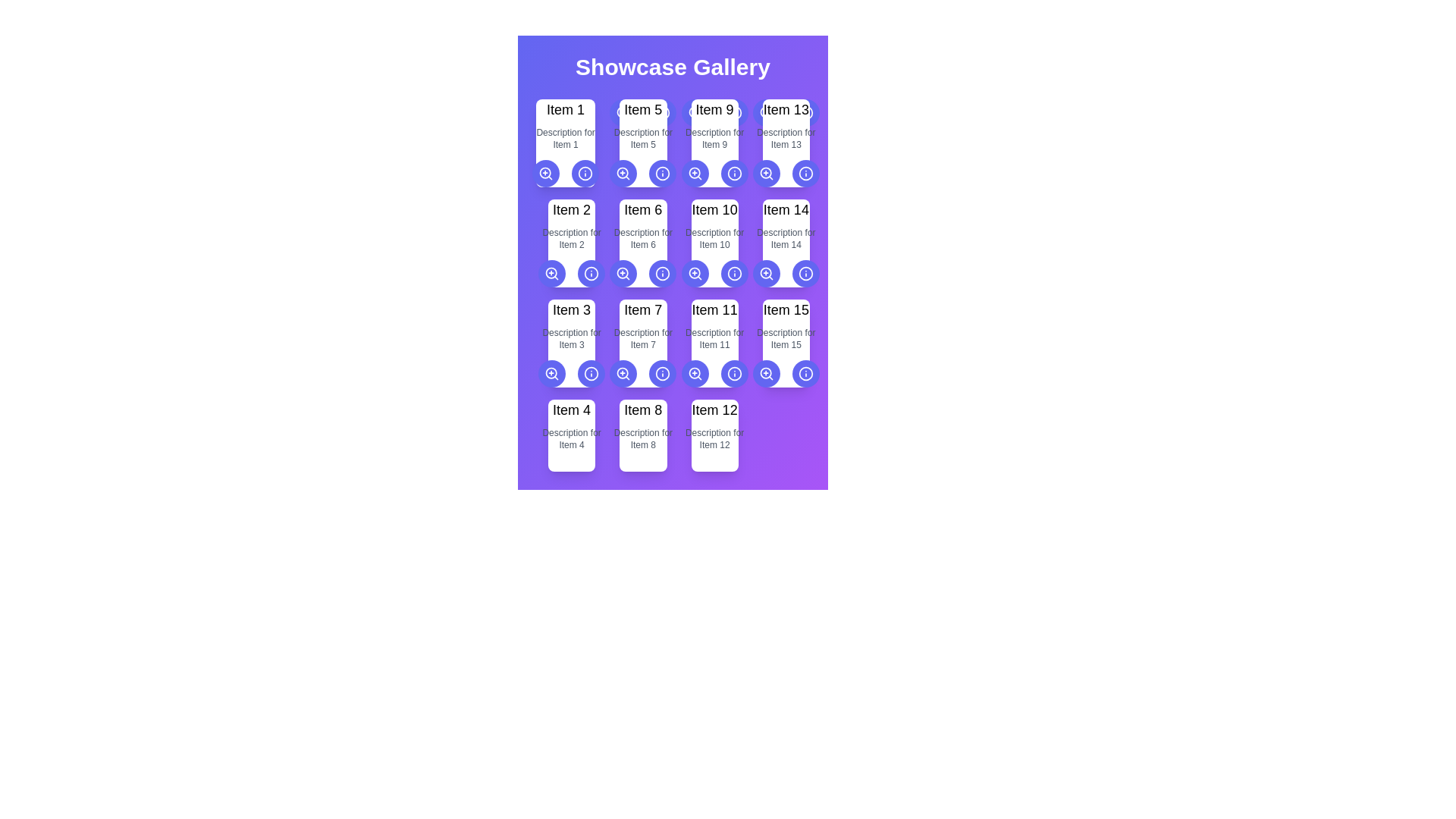 Image resolution: width=1456 pixels, height=819 pixels. What do you see at coordinates (551, 274) in the screenshot?
I see `the circular button with a magnifying glass icon, which has a blue background and is positioned under the second item in the top row of the second column in a grid layout` at bounding box center [551, 274].